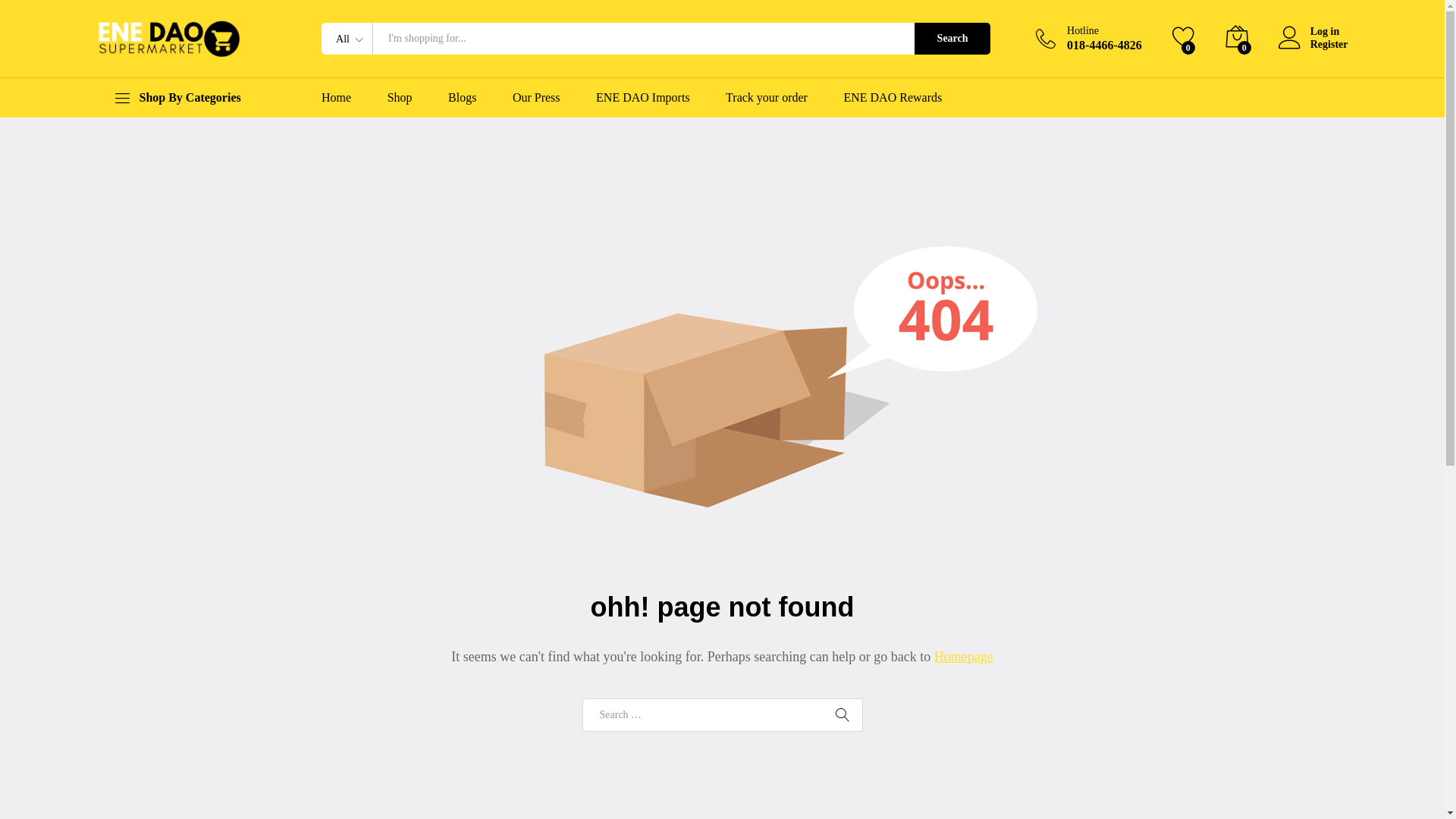 The height and width of the screenshot is (819, 1456). What do you see at coordinates (335, 97) in the screenshot?
I see `'Home'` at bounding box center [335, 97].